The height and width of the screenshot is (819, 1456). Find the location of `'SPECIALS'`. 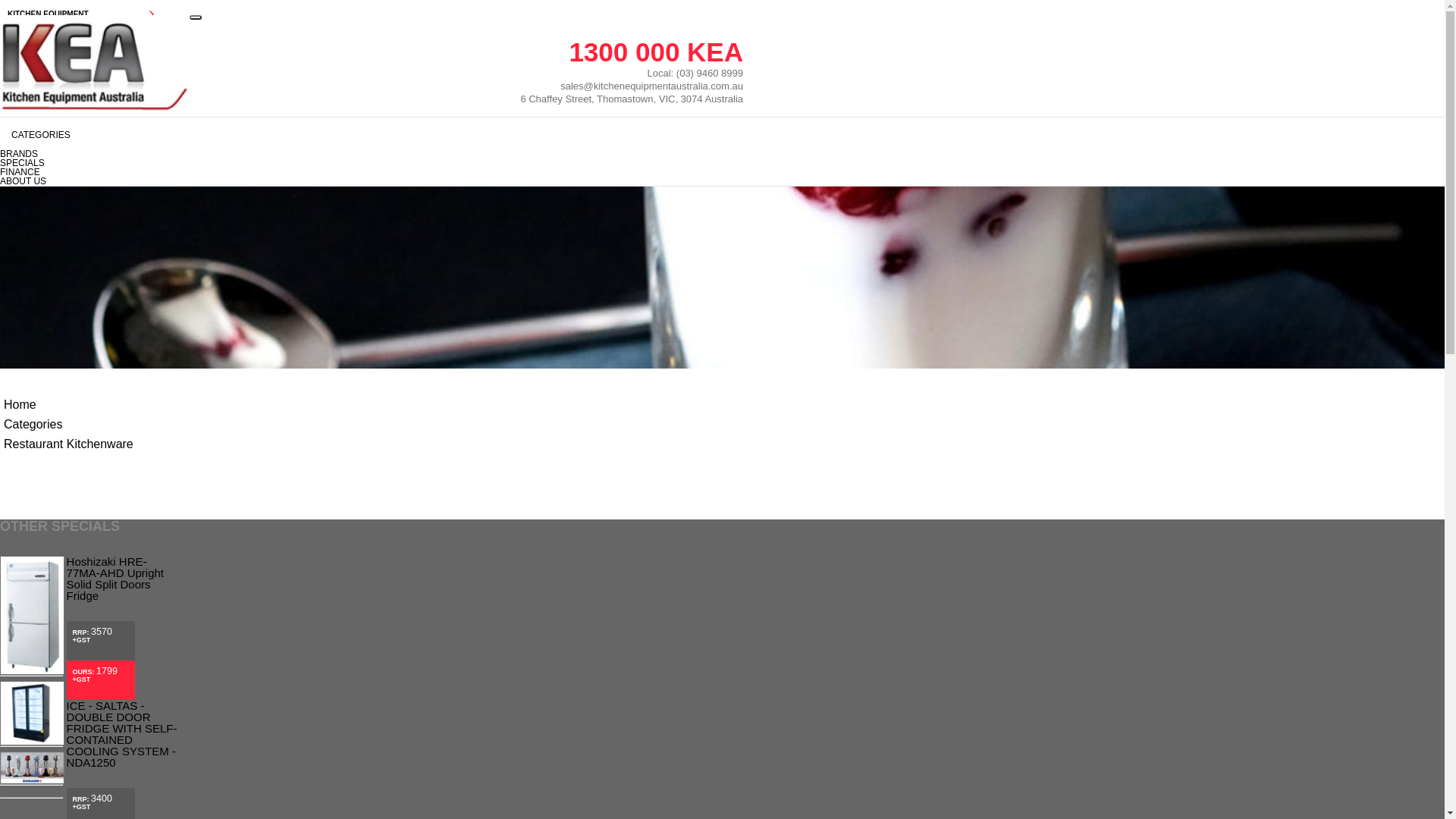

'SPECIALS' is located at coordinates (22, 163).